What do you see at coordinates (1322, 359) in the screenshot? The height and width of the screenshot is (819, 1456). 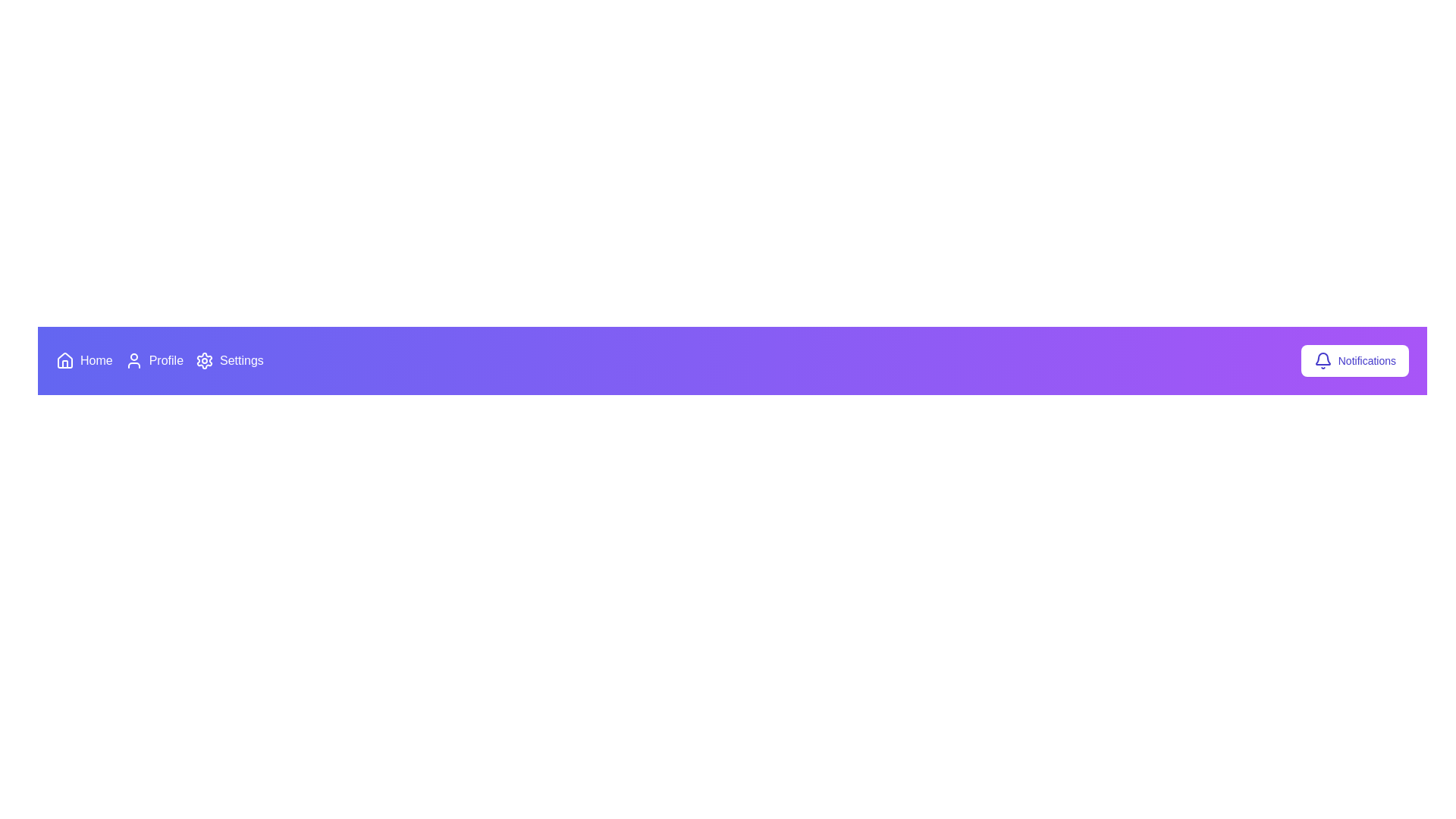 I see `middle curved part of the notification bell icon located near the top-right corner of the interface, which is part of the button labeled 'Notifications'` at bounding box center [1322, 359].